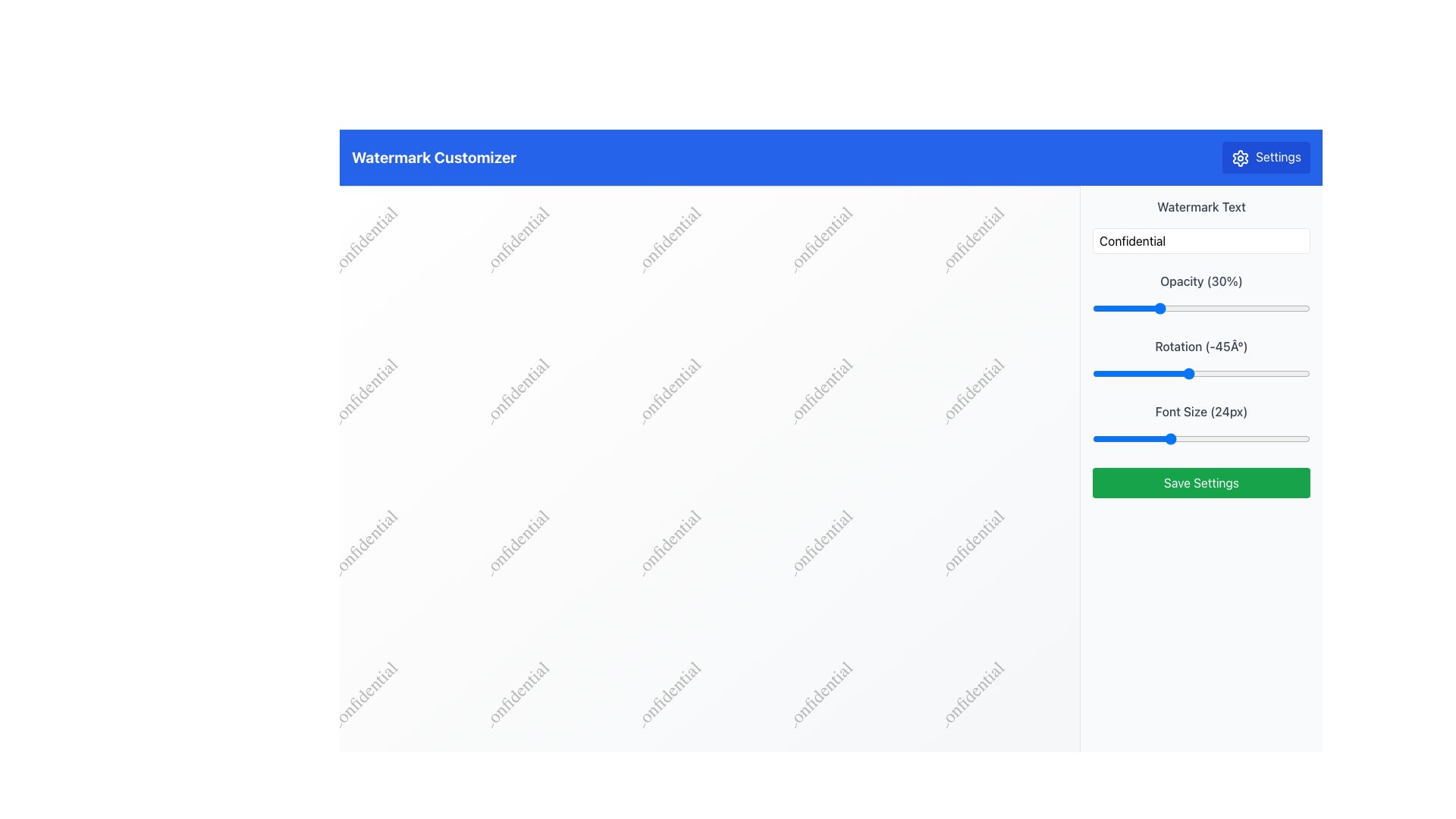  What do you see at coordinates (1118, 373) in the screenshot?
I see `rotation` at bounding box center [1118, 373].